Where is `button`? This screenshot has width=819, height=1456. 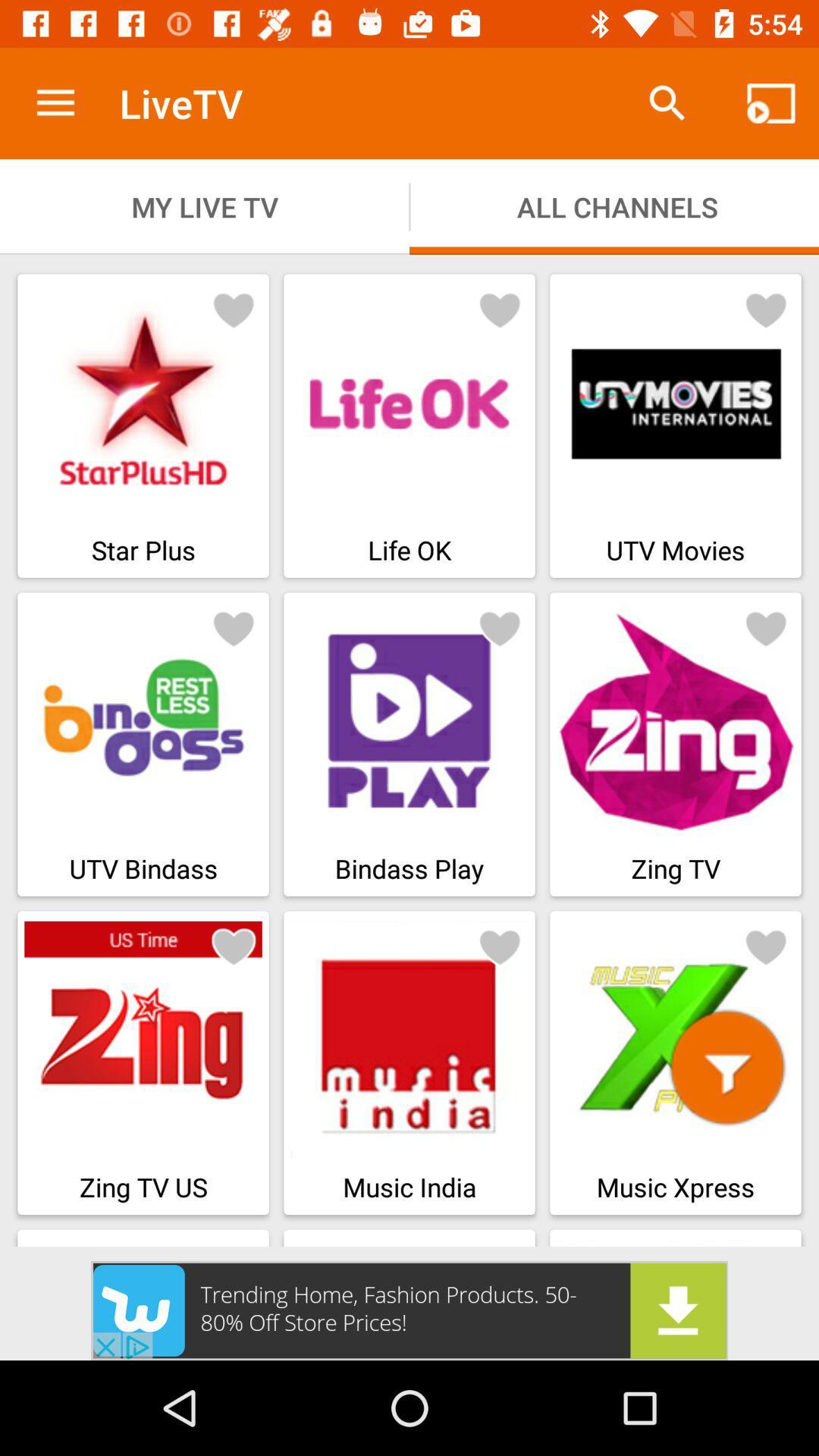 button is located at coordinates (500, 309).